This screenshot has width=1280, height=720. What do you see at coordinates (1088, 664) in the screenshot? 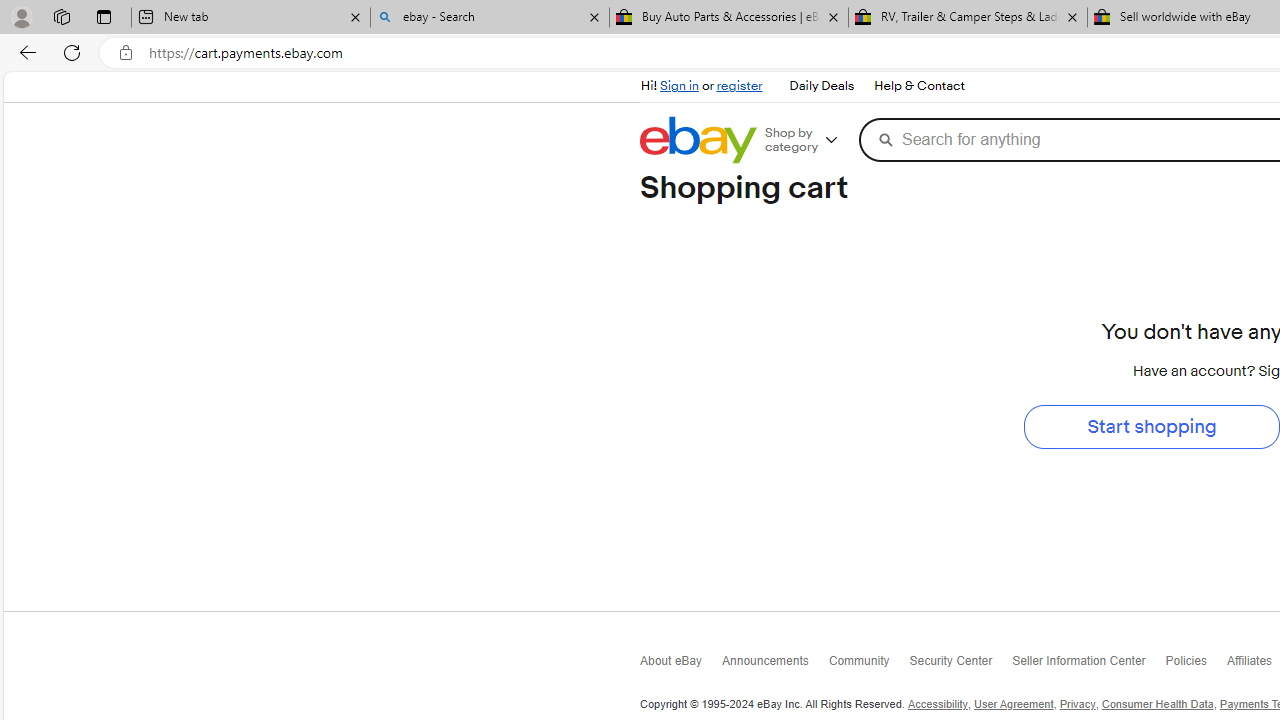
I see `'Seller Information Center'` at bounding box center [1088, 664].